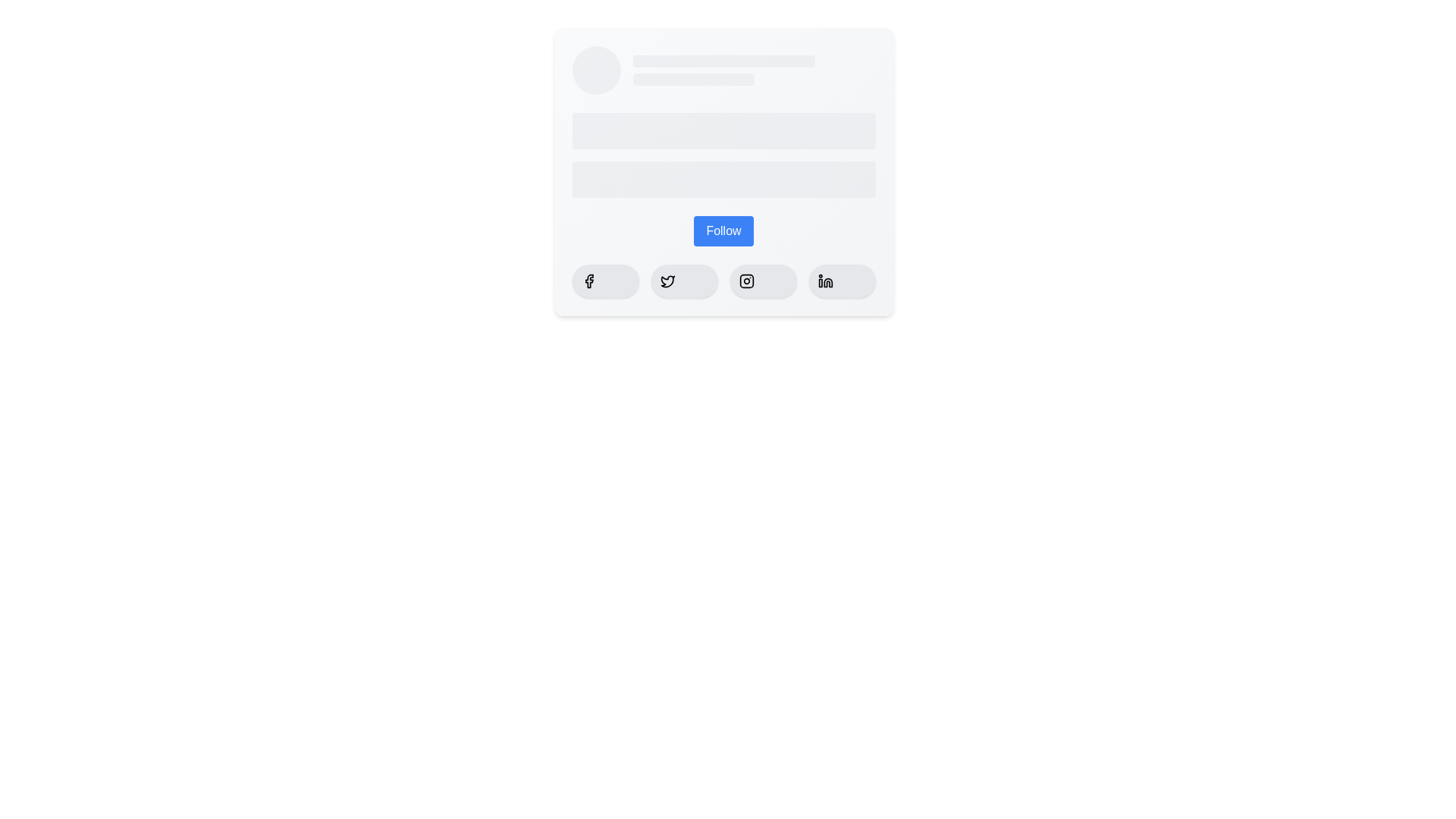 The height and width of the screenshot is (819, 1456). What do you see at coordinates (723, 178) in the screenshot?
I see `the Placeholder component, a rectangular element with rounded edges and a neutral gray color, located below its sibling in a vertical stack` at bounding box center [723, 178].